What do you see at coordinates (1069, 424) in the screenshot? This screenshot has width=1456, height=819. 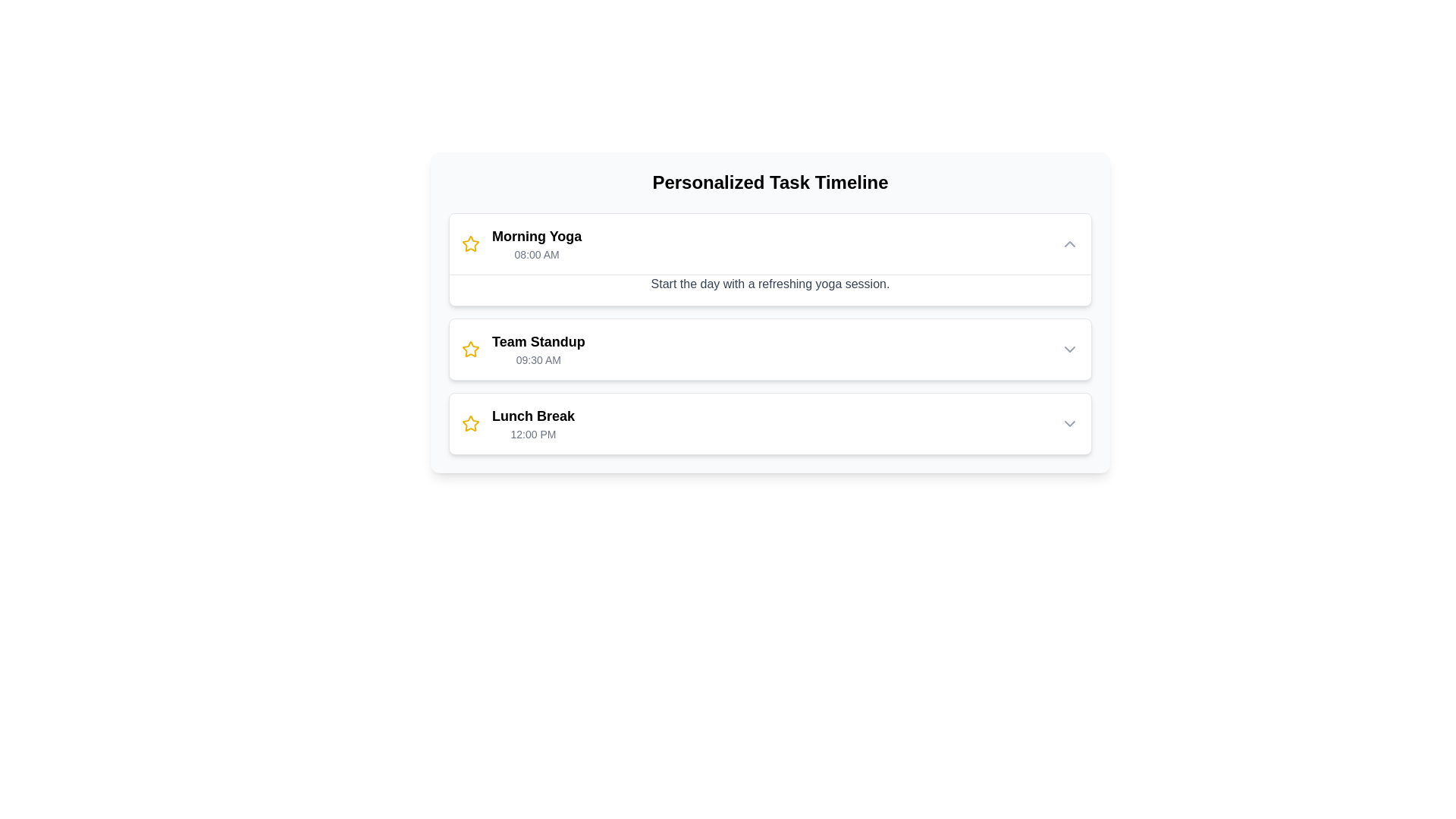 I see `the arrow icon located at the far right side of the 'Lunch Break' card` at bounding box center [1069, 424].